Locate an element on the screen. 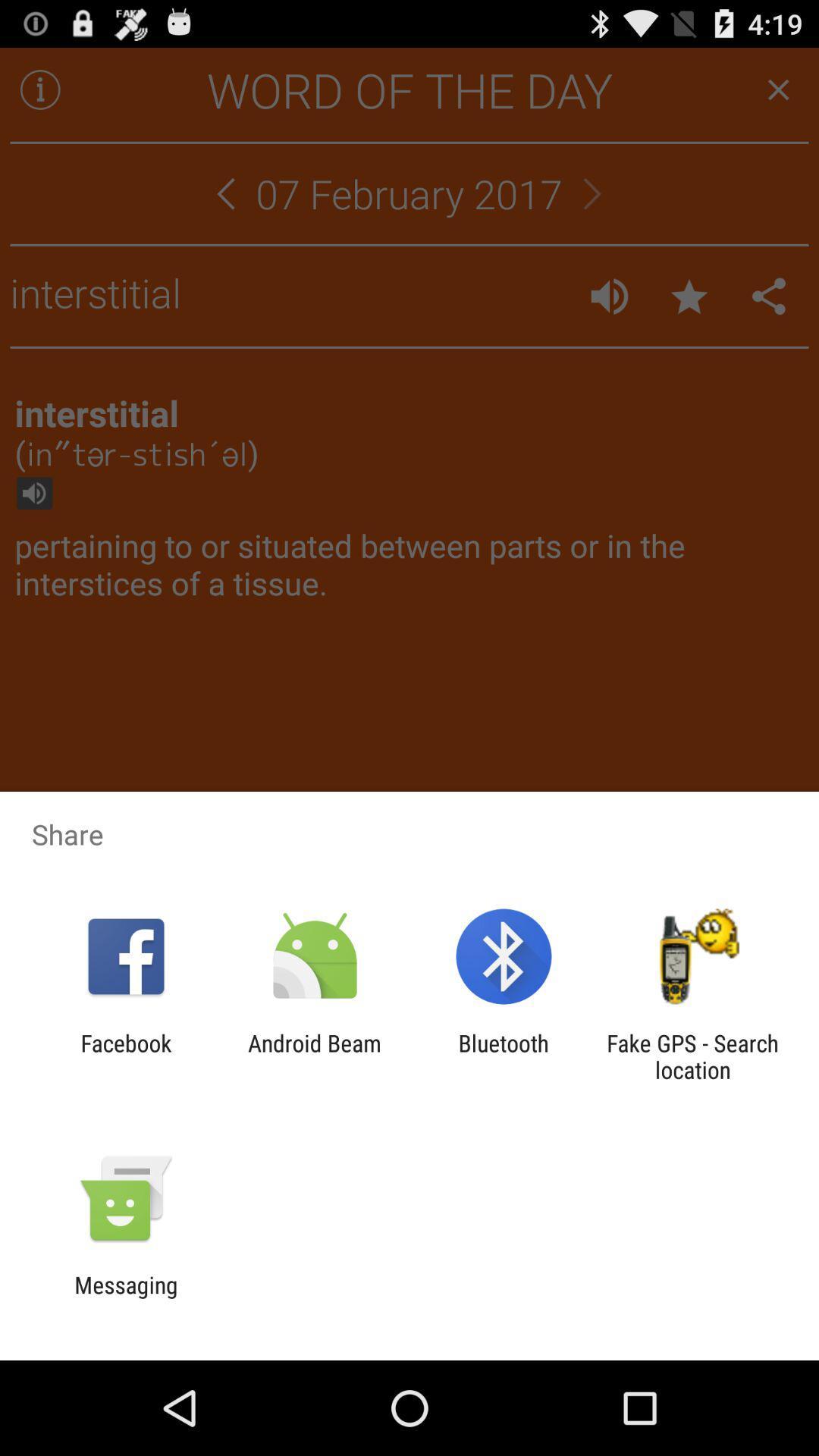  app to the right of android beam icon is located at coordinates (504, 1056).